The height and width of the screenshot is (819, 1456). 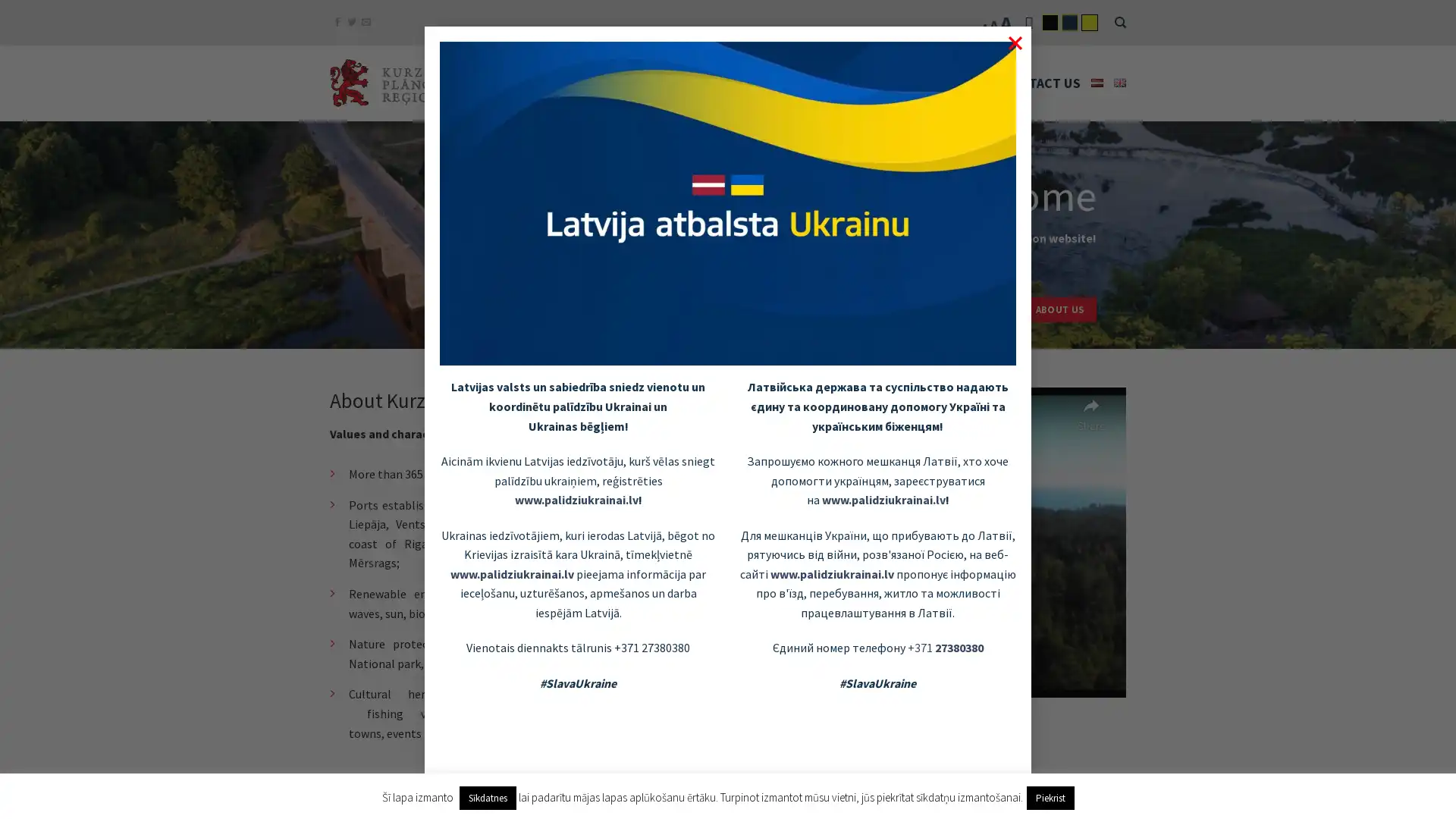 What do you see at coordinates (487, 797) in the screenshot?
I see `Sikdatnes` at bounding box center [487, 797].